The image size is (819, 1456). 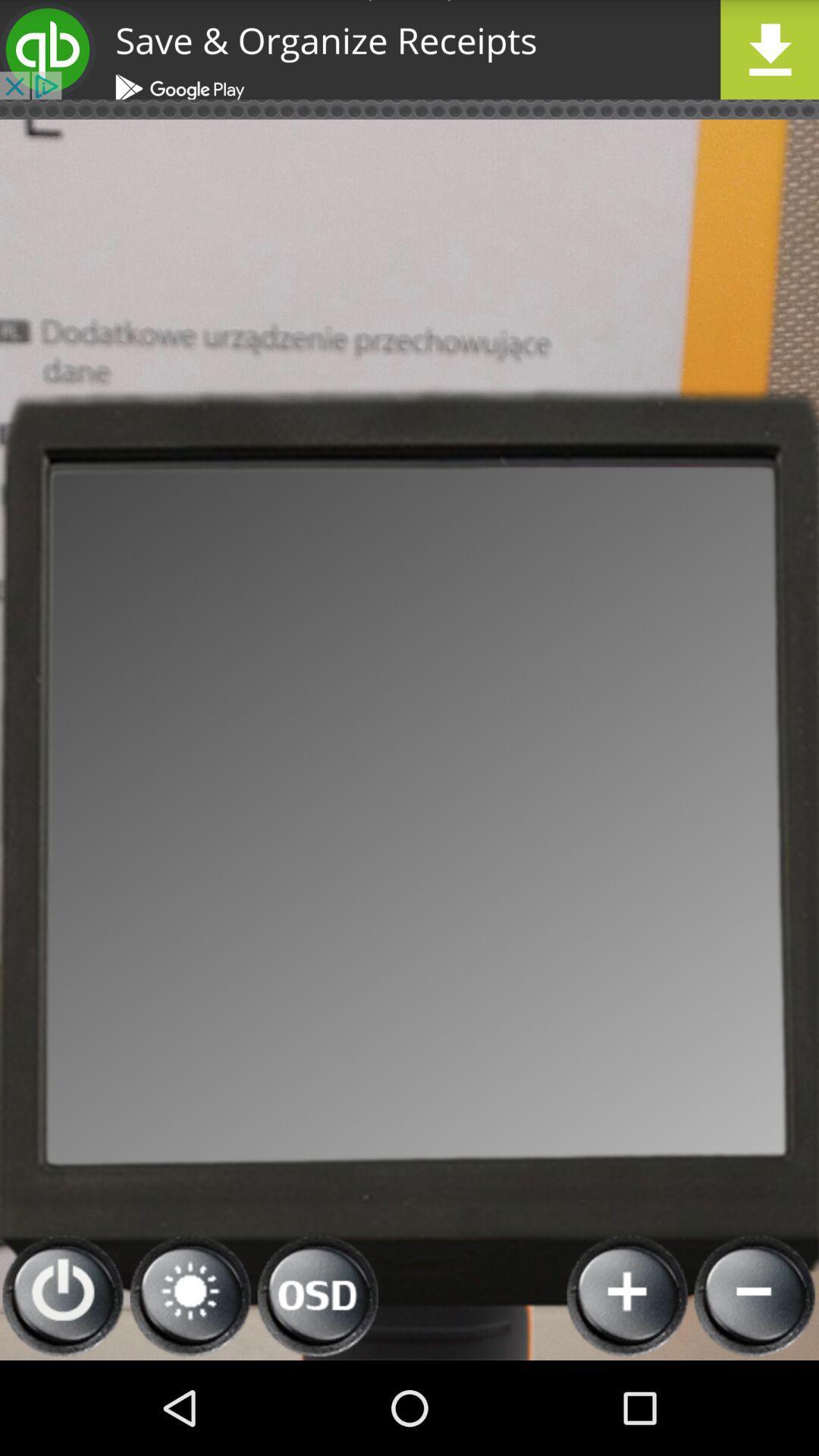 I want to click on change brightness, so click(x=190, y=1295).